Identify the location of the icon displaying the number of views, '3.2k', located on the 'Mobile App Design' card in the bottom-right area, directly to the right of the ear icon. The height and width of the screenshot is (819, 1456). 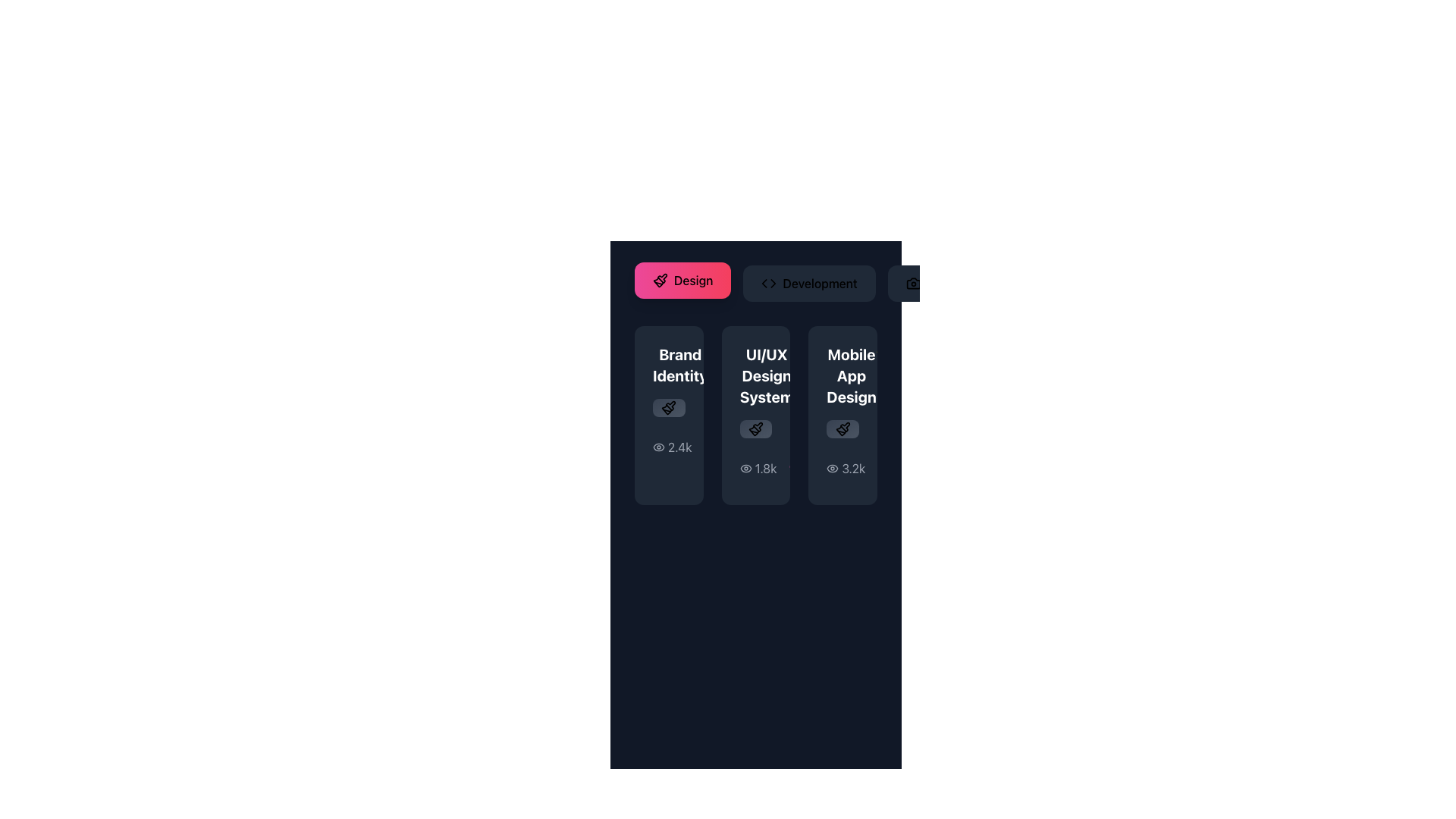
(845, 467).